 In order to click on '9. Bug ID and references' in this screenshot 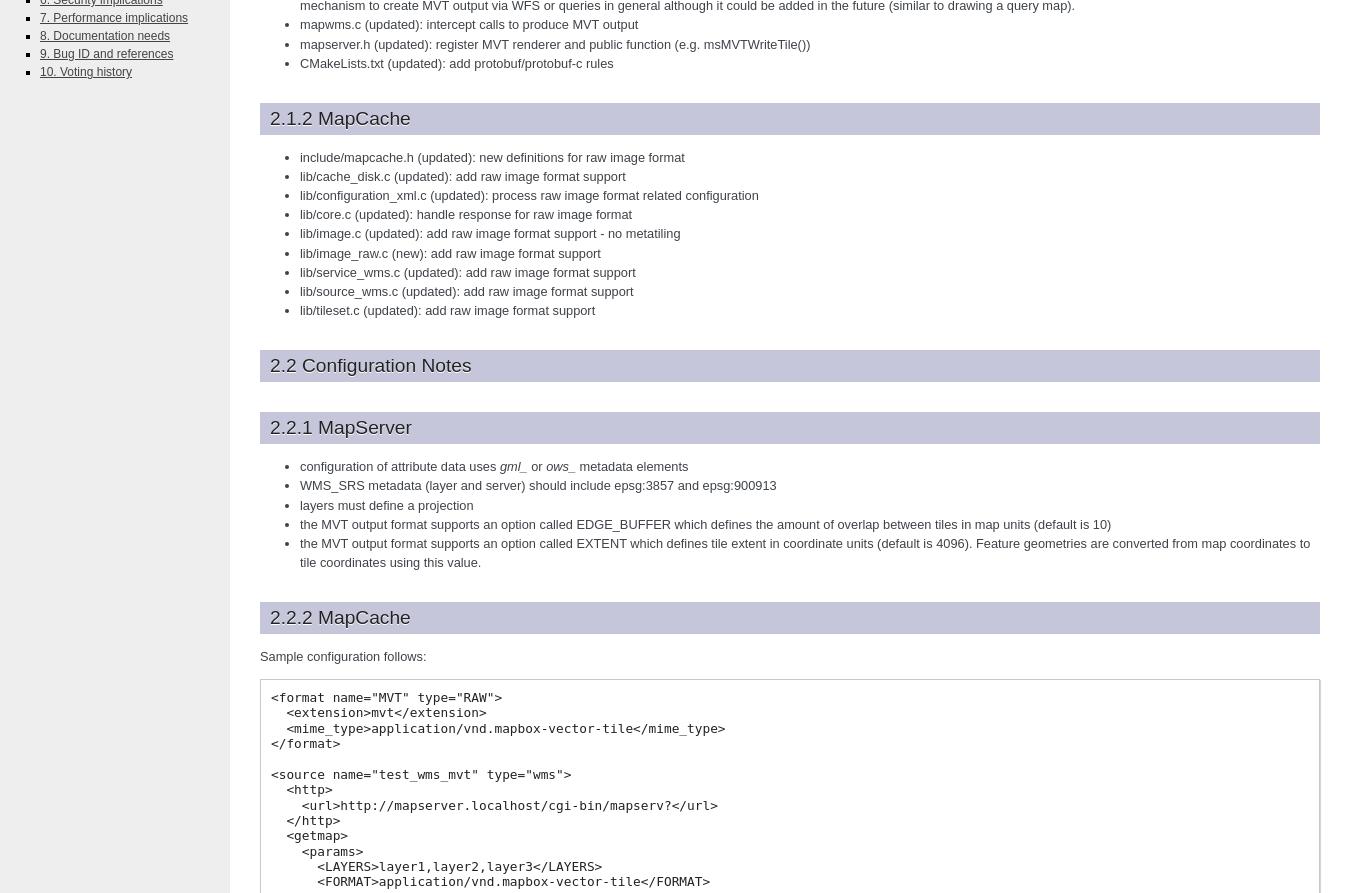, I will do `click(38, 54)`.